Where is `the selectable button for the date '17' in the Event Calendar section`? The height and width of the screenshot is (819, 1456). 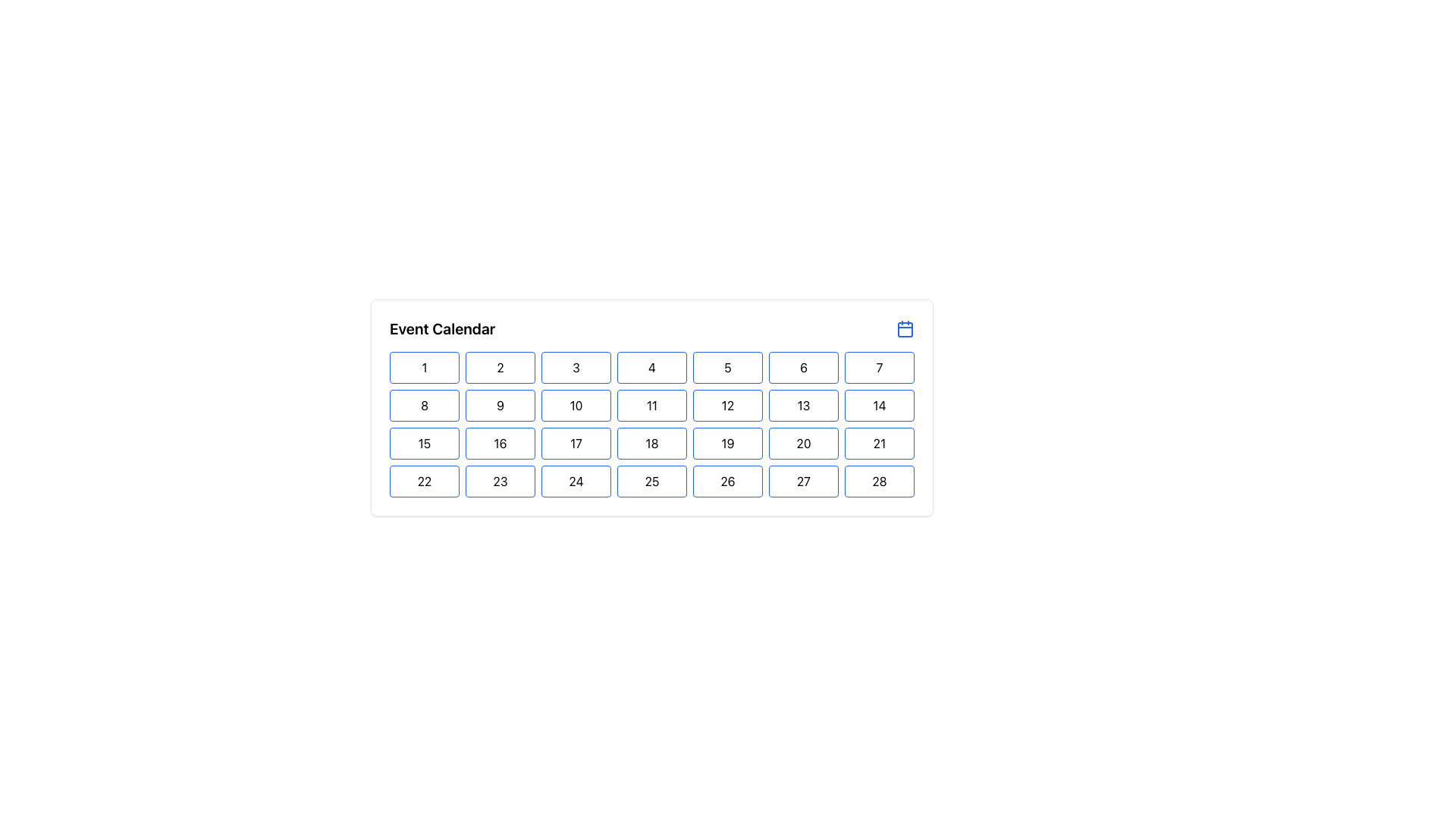
the selectable button for the date '17' in the Event Calendar section is located at coordinates (575, 444).